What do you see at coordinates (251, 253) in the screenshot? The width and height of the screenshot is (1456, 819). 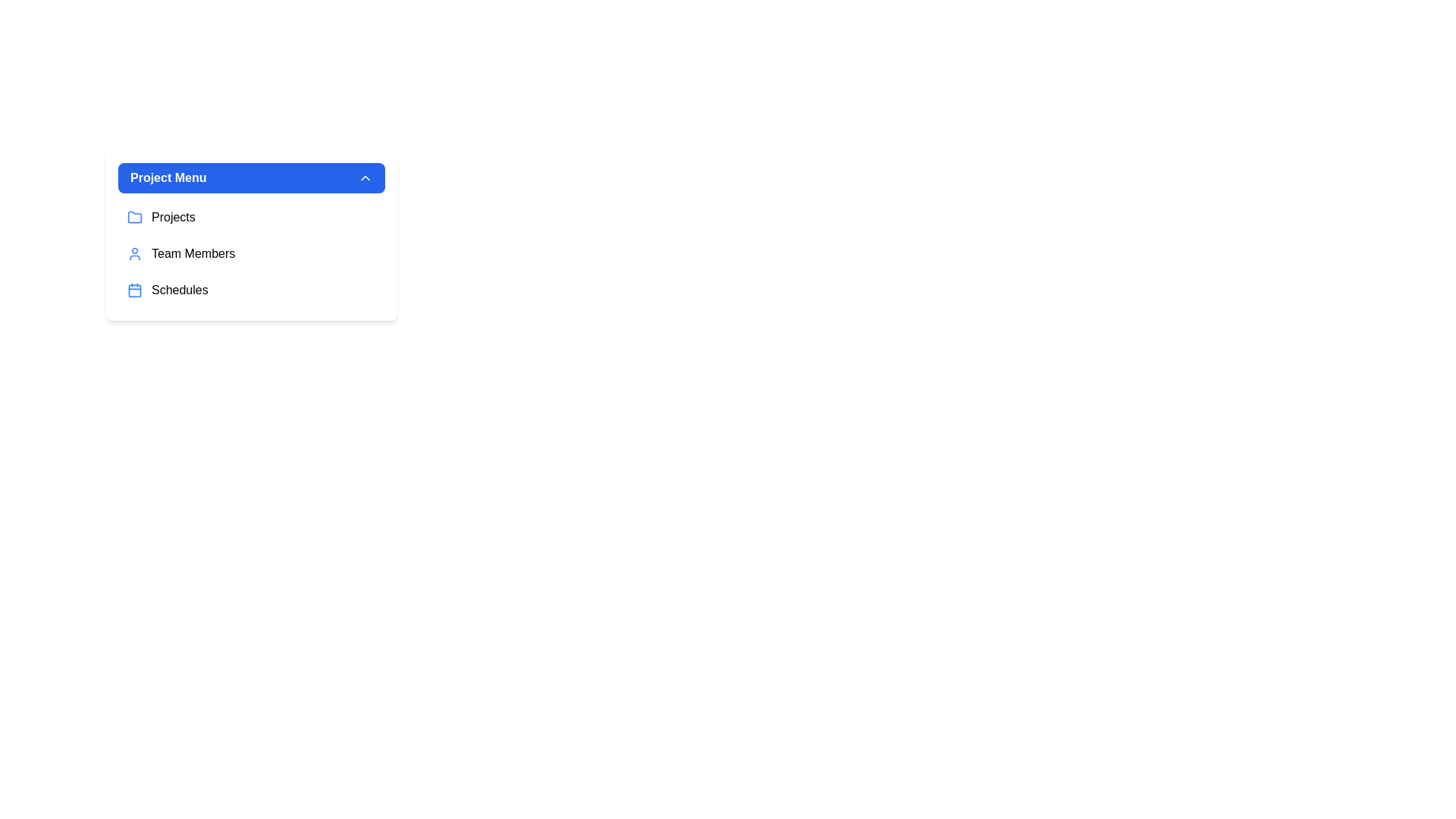 I see `the 'Team Members' item in the menu` at bounding box center [251, 253].